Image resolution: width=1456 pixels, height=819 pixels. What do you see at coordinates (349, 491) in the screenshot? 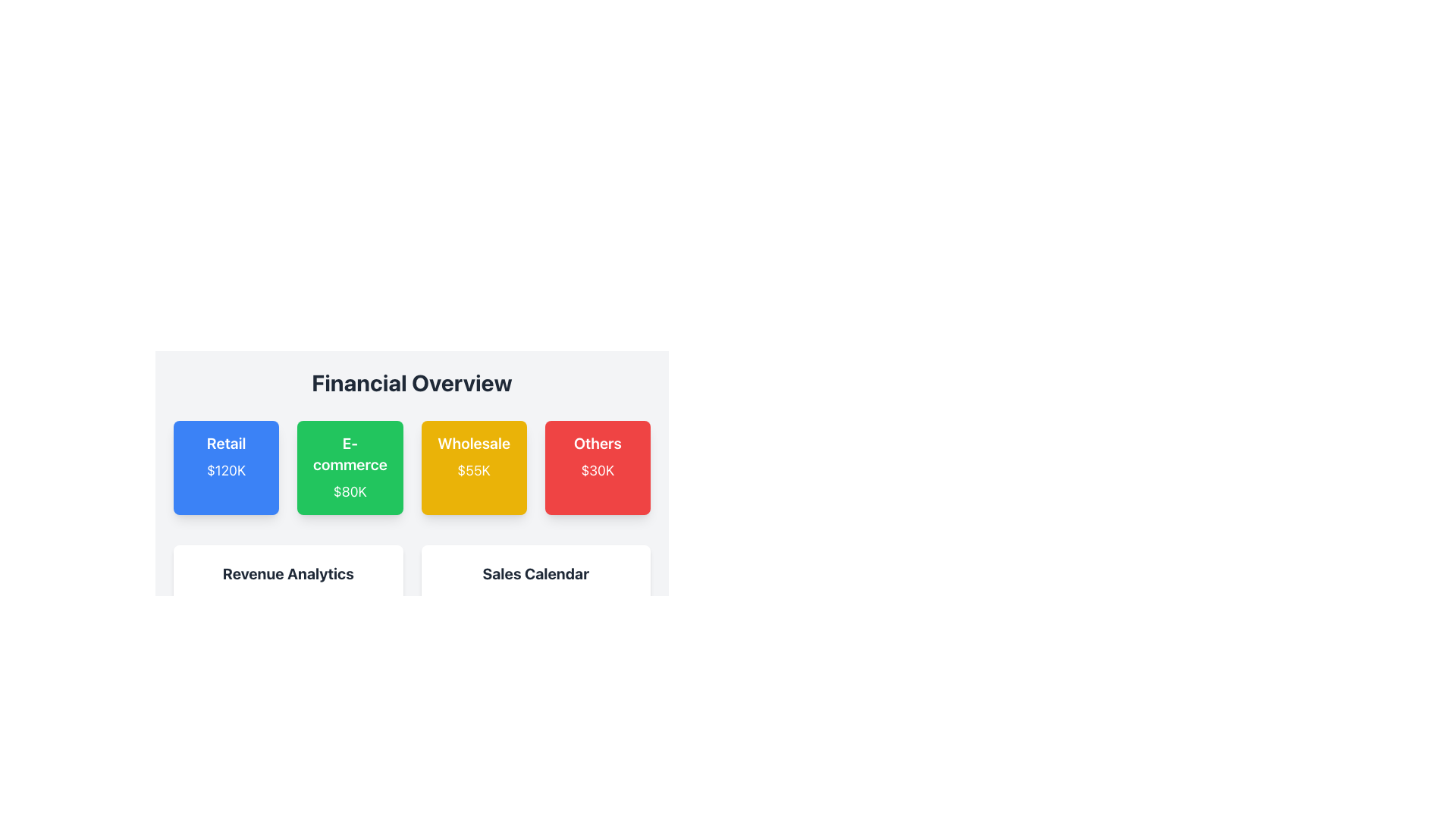
I see `the Text label displaying '$80K' in white font on a green background` at bounding box center [349, 491].